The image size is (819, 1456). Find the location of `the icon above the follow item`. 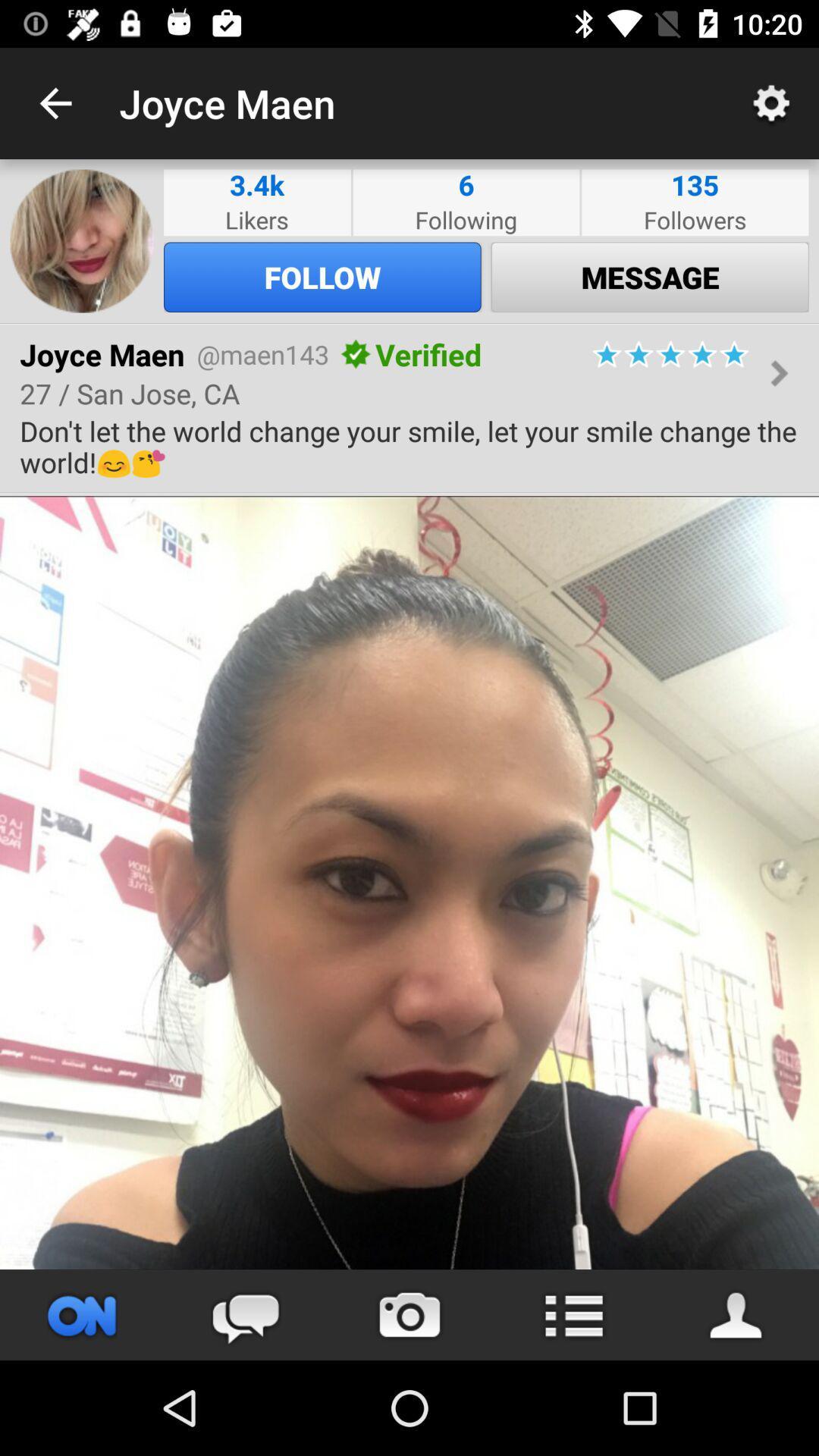

the icon above the follow item is located at coordinates (465, 218).